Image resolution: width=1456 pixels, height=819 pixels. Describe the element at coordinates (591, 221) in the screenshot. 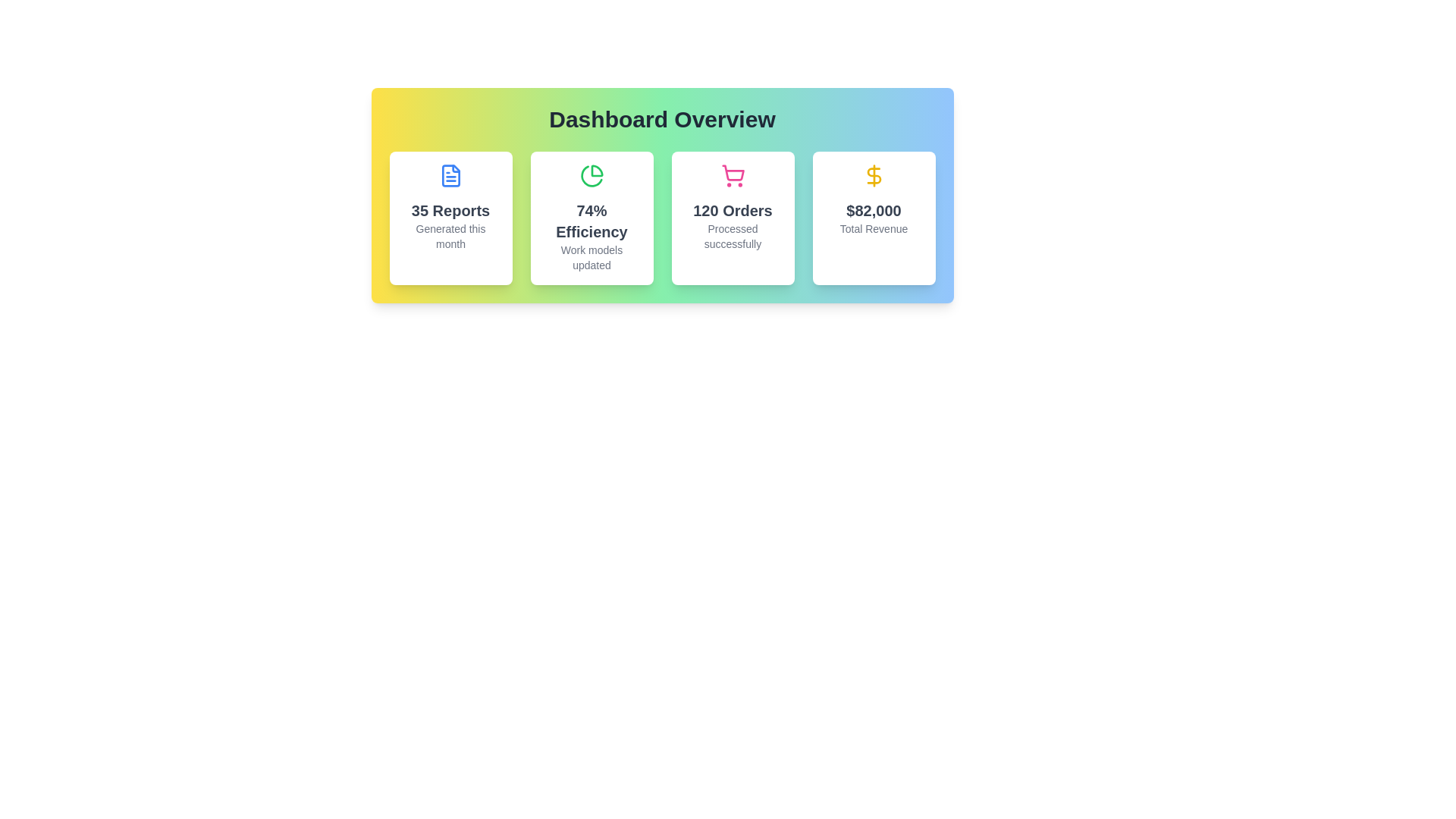

I see `text label displaying '74% Efficiency', which is a bold, large dark gray text centered above the 'Work models updated' text in the second card from the left` at that location.